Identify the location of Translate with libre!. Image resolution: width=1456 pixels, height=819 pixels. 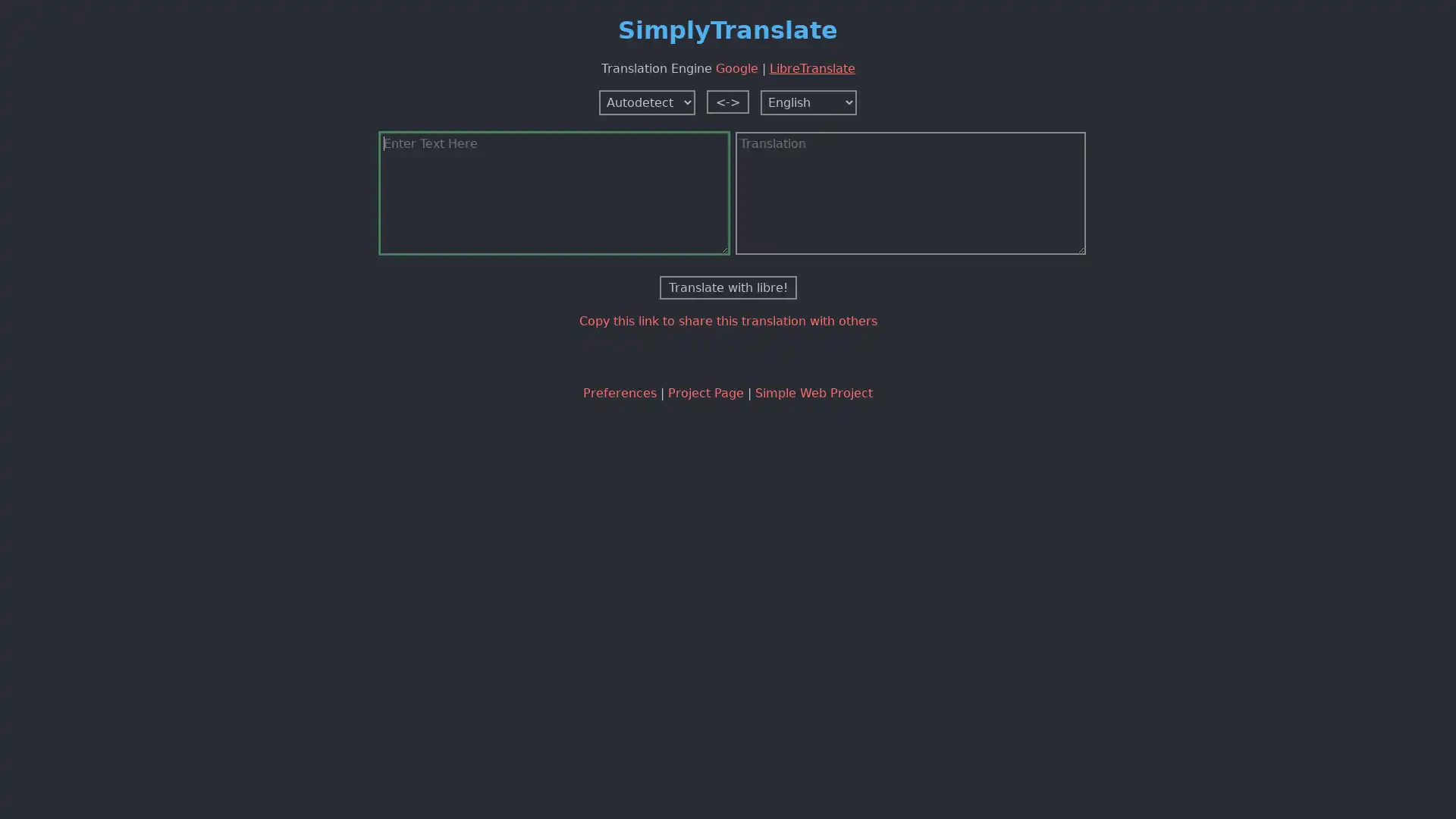
(726, 287).